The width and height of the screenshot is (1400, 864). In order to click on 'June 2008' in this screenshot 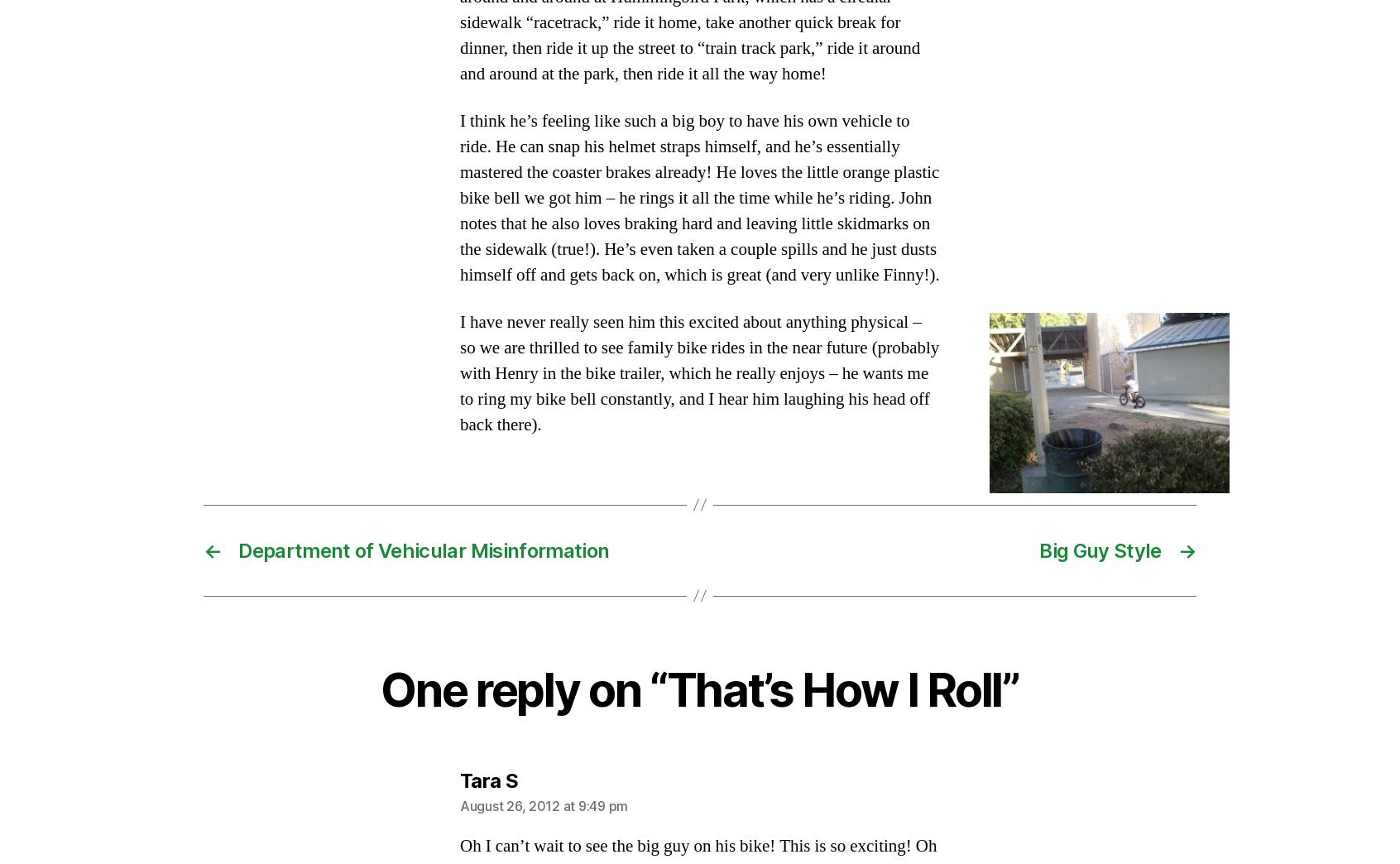, I will do `click(204, 606)`.